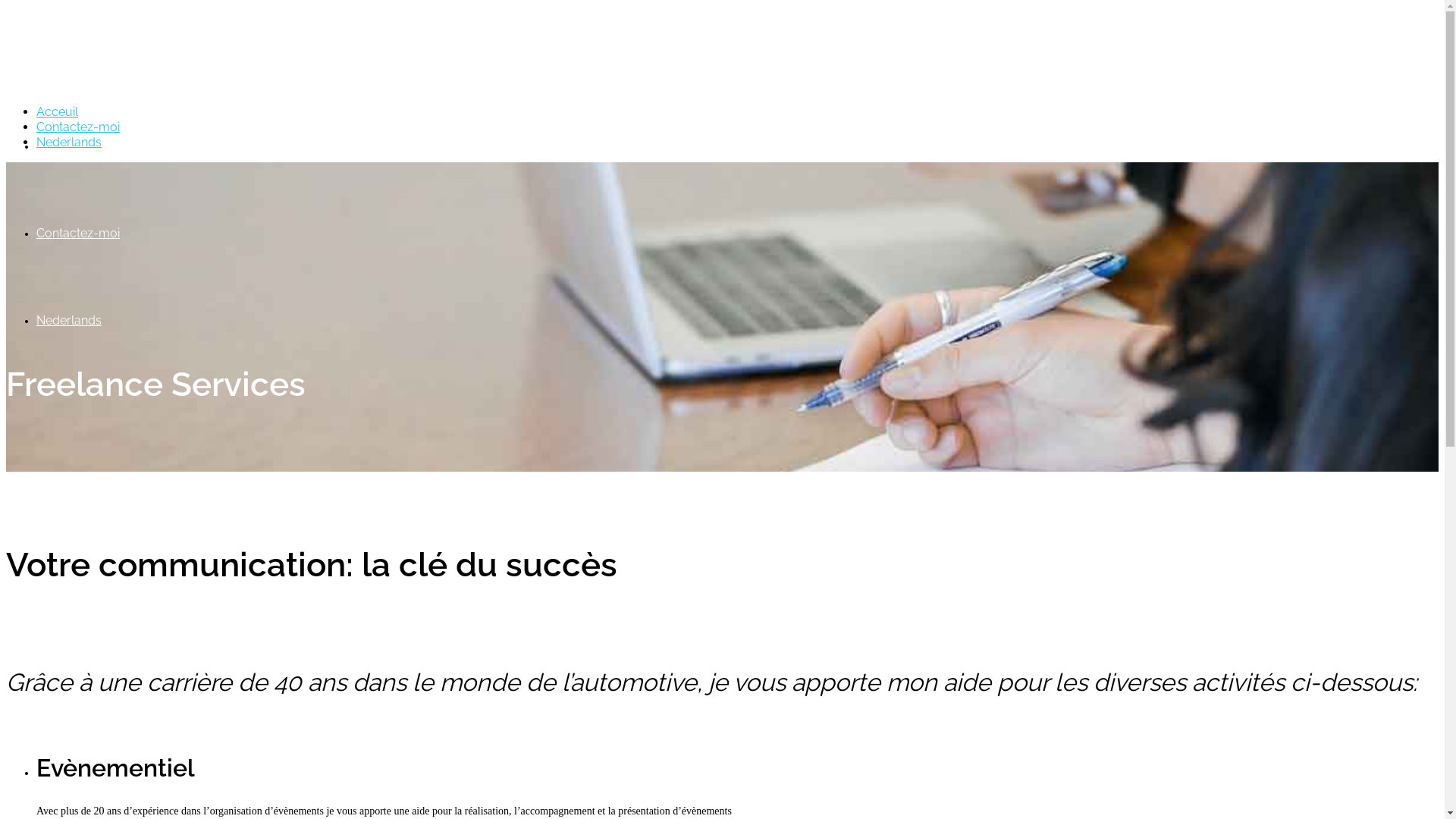 This screenshot has height=819, width=1456. What do you see at coordinates (77, 233) in the screenshot?
I see `'Contactez-moi'` at bounding box center [77, 233].